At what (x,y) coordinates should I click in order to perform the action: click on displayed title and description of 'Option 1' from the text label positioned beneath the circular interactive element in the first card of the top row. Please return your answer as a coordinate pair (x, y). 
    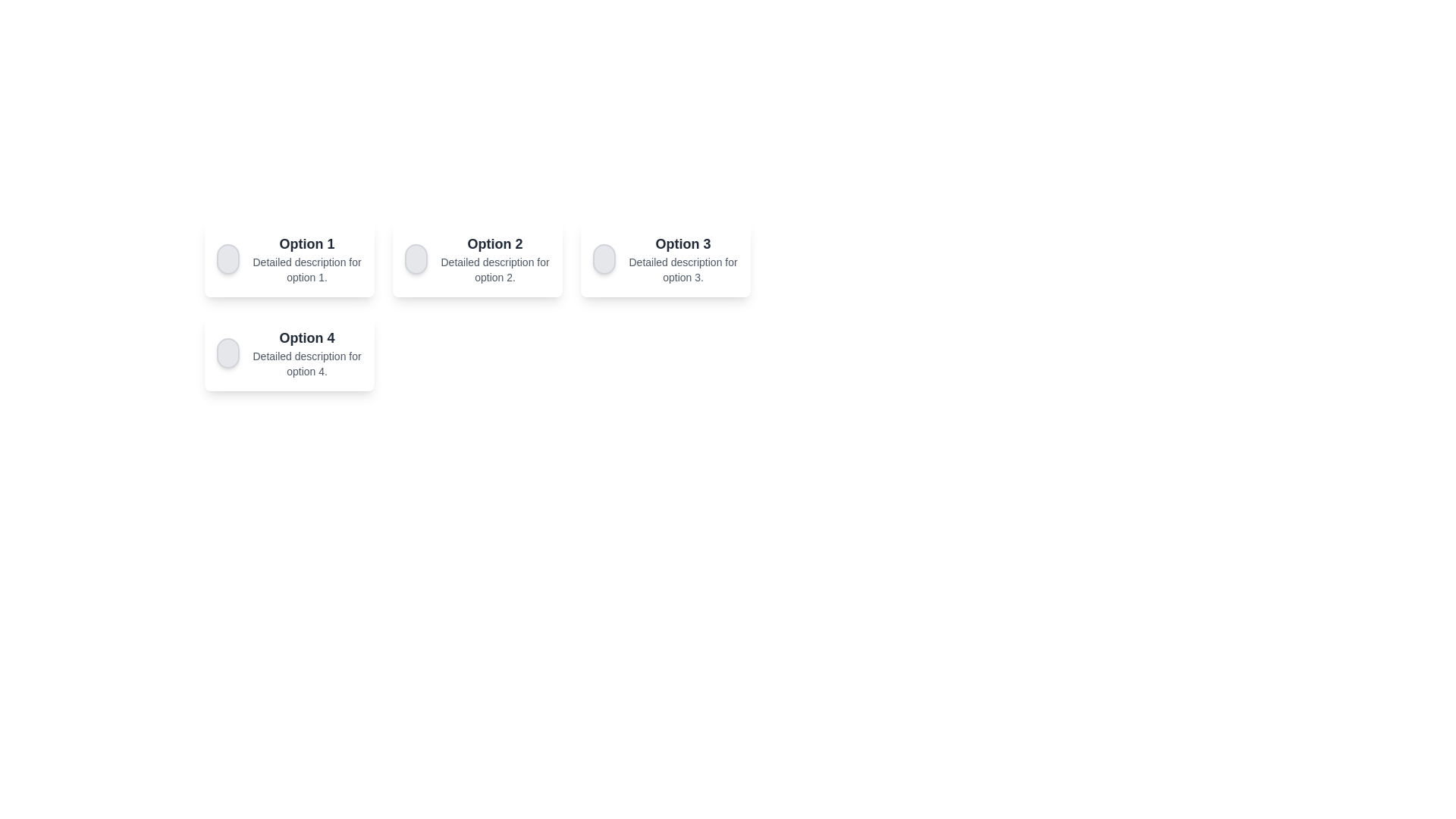
    Looking at the image, I should click on (306, 259).